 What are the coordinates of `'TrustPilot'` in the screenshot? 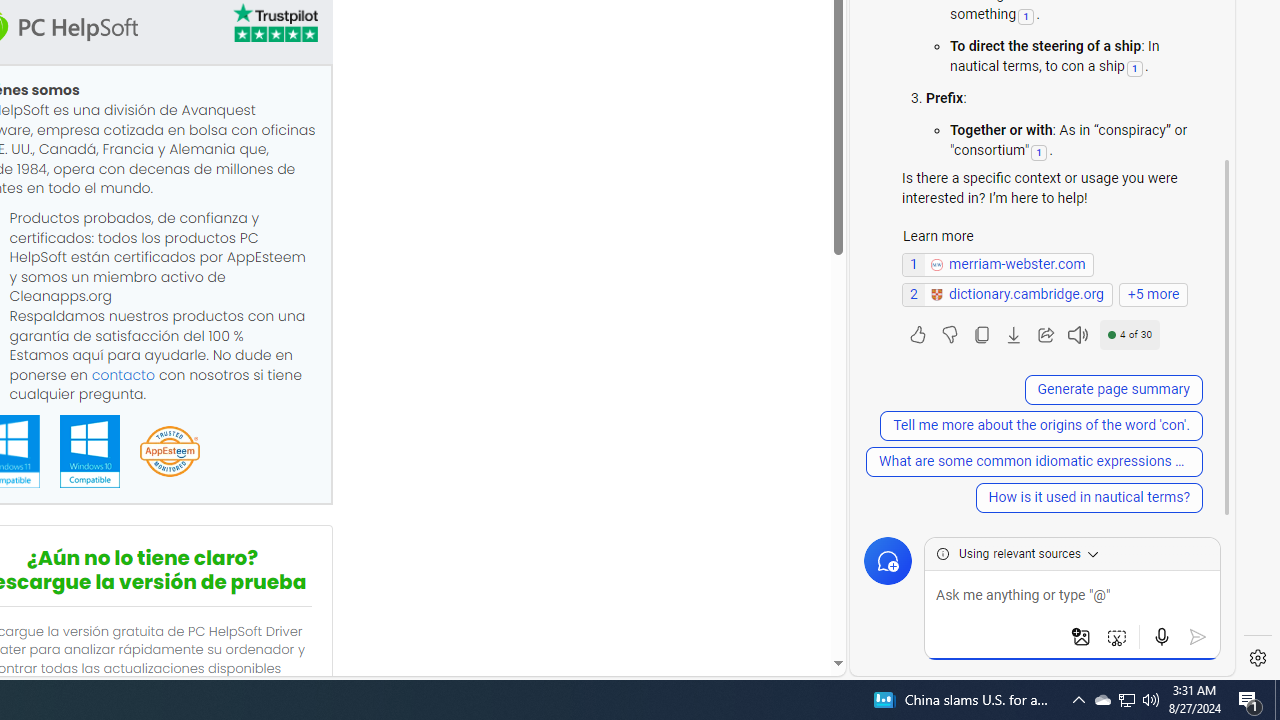 It's located at (273, 26).